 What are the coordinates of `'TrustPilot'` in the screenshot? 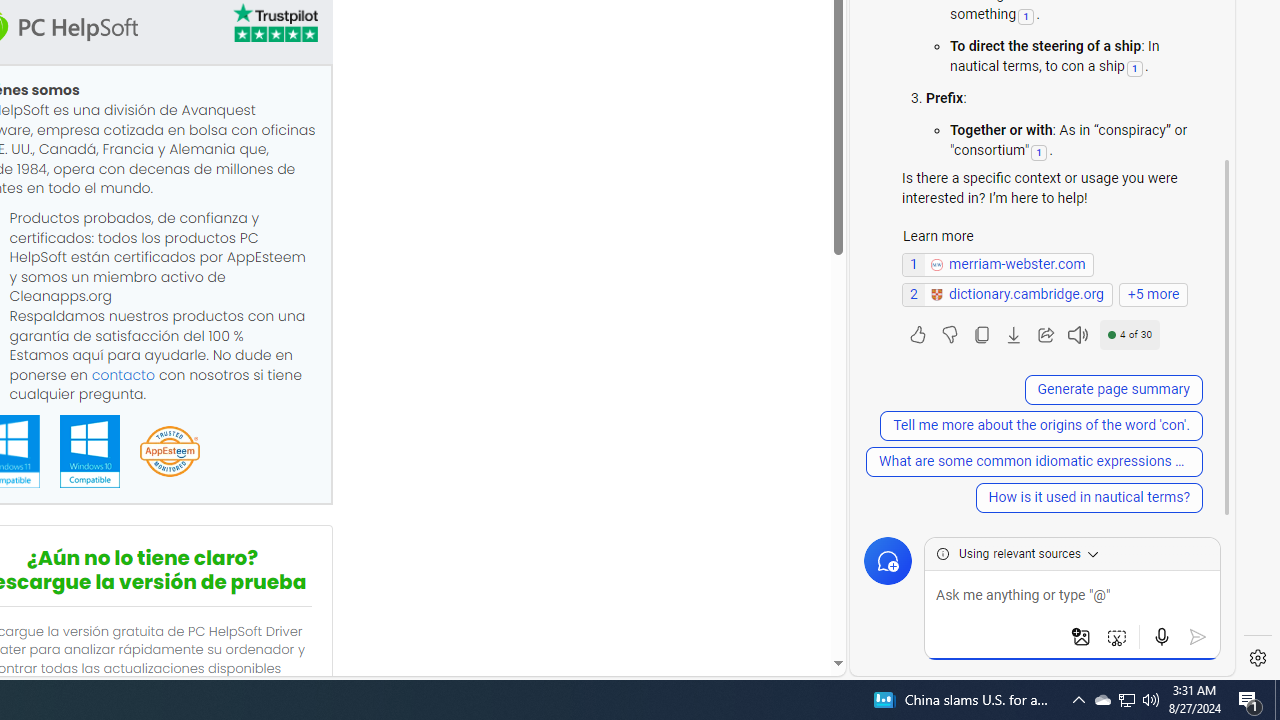 It's located at (273, 26).